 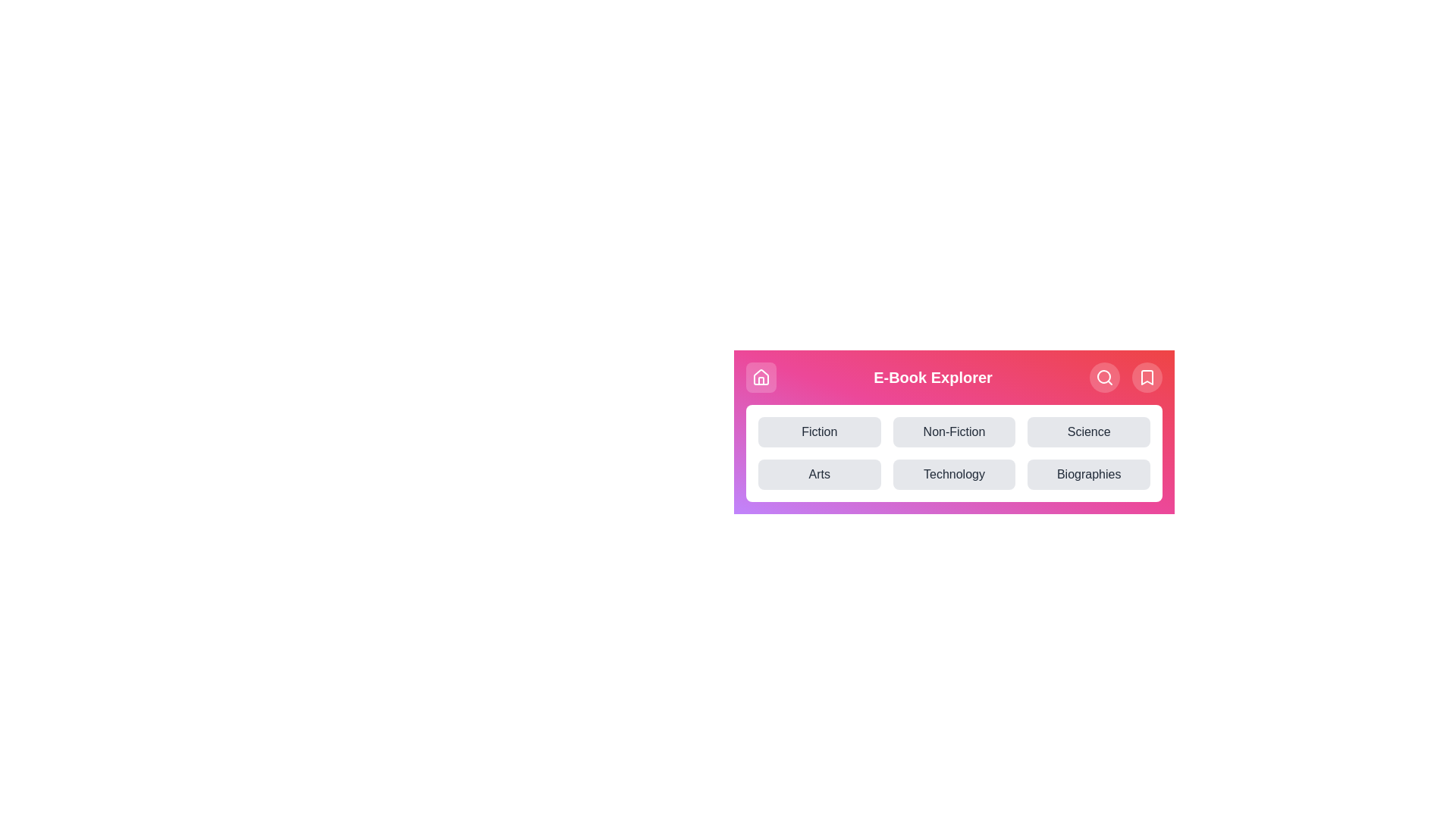 I want to click on the bookmark icon to view bookmarks, so click(x=1147, y=376).